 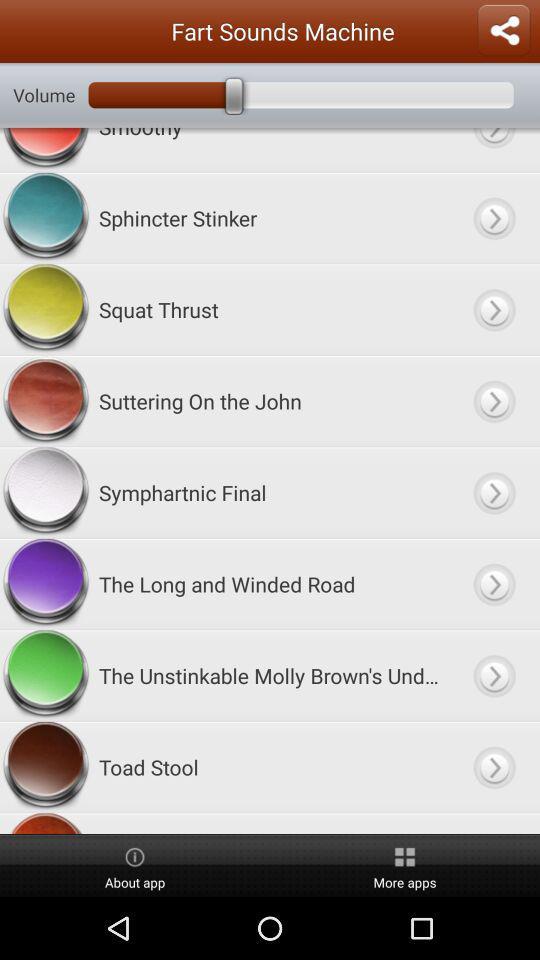 What do you see at coordinates (269, 149) in the screenshot?
I see `the smoothy app` at bounding box center [269, 149].